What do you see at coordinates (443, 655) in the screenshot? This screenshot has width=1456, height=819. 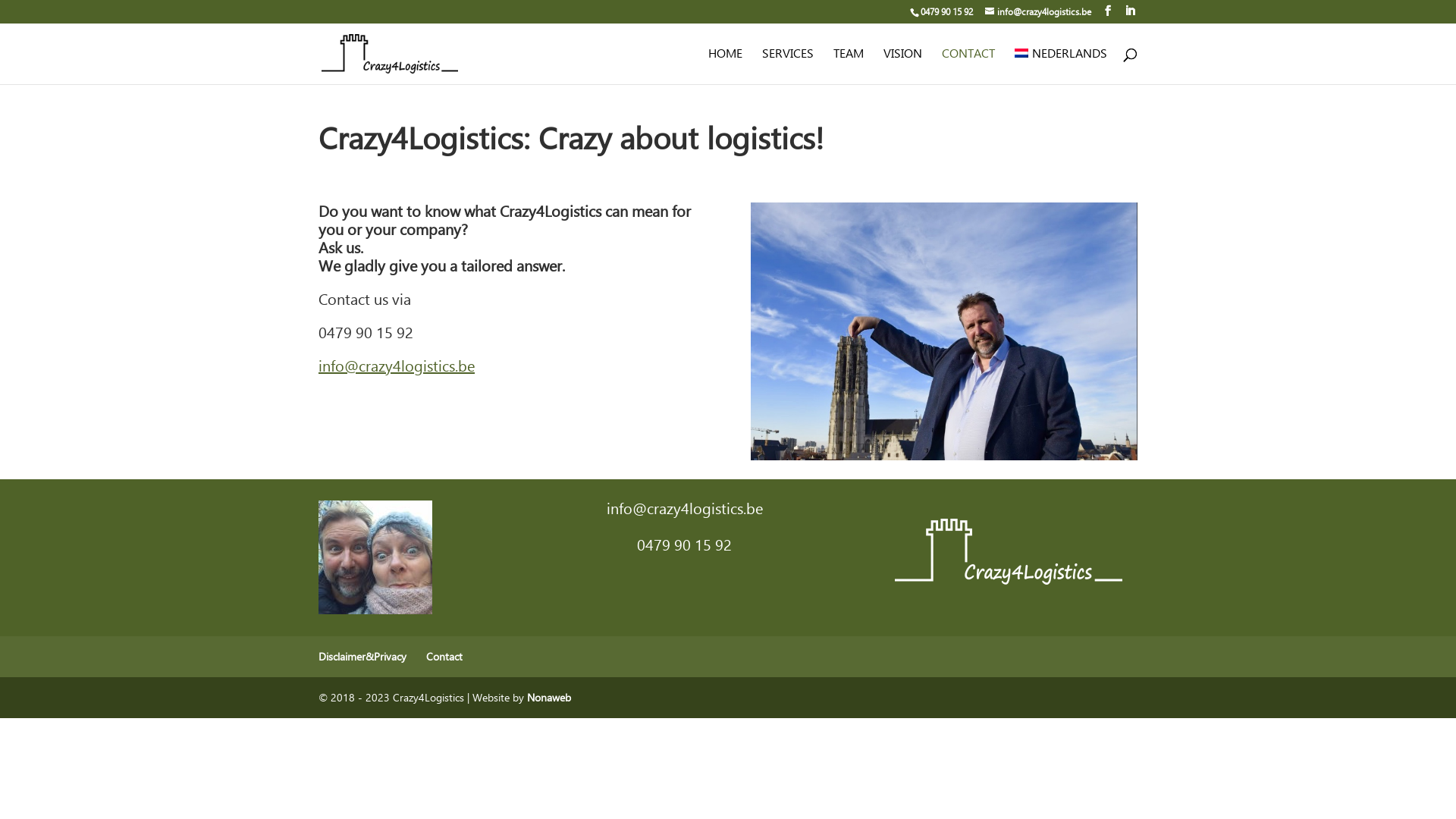 I see `'Contact'` at bounding box center [443, 655].